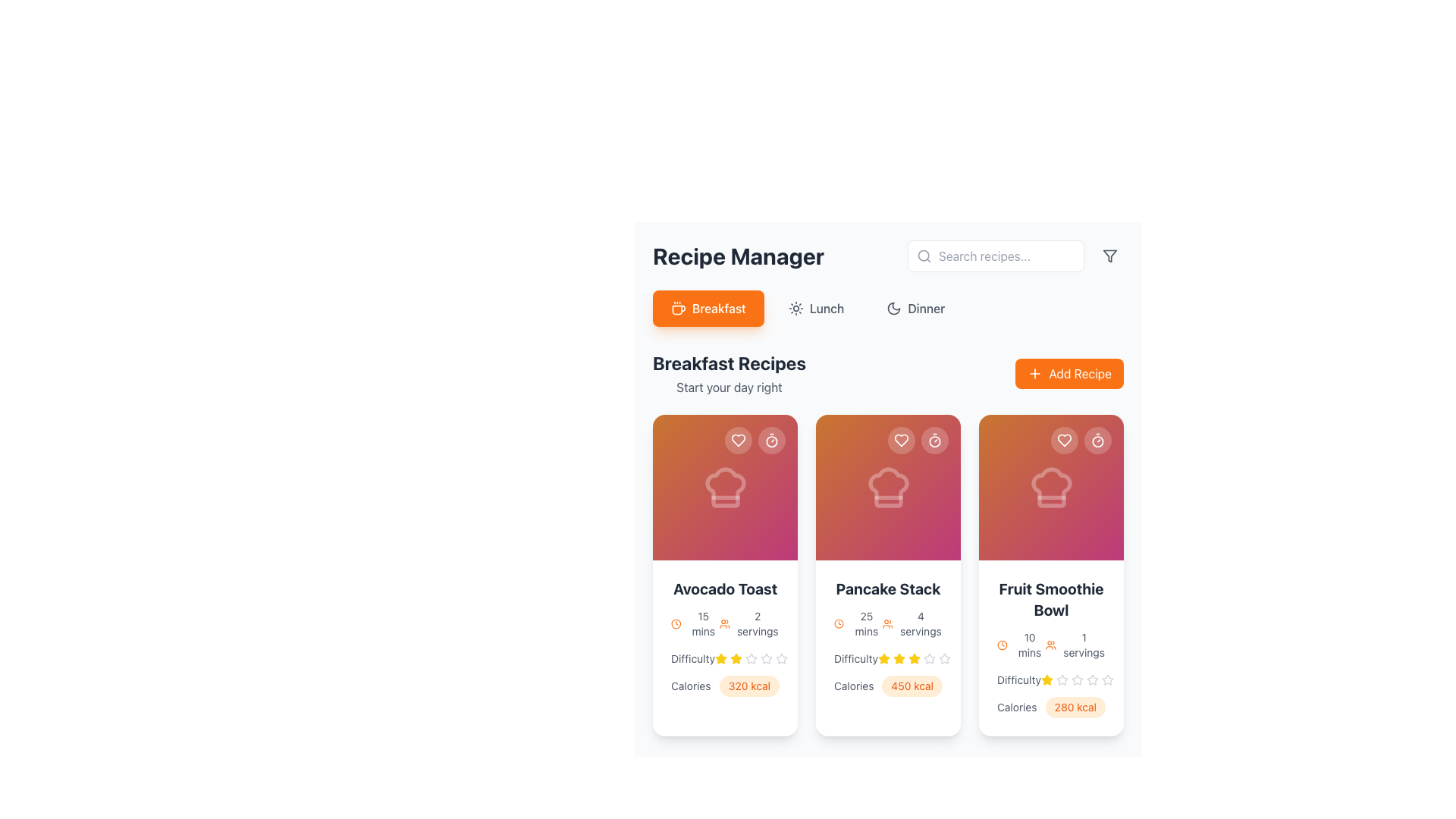  Describe the element at coordinates (838, 623) in the screenshot. I see `the orange clock icon located in the second recipe card under 'Breakfast Recipes', positioned to the left of the text '25 mins'` at that location.